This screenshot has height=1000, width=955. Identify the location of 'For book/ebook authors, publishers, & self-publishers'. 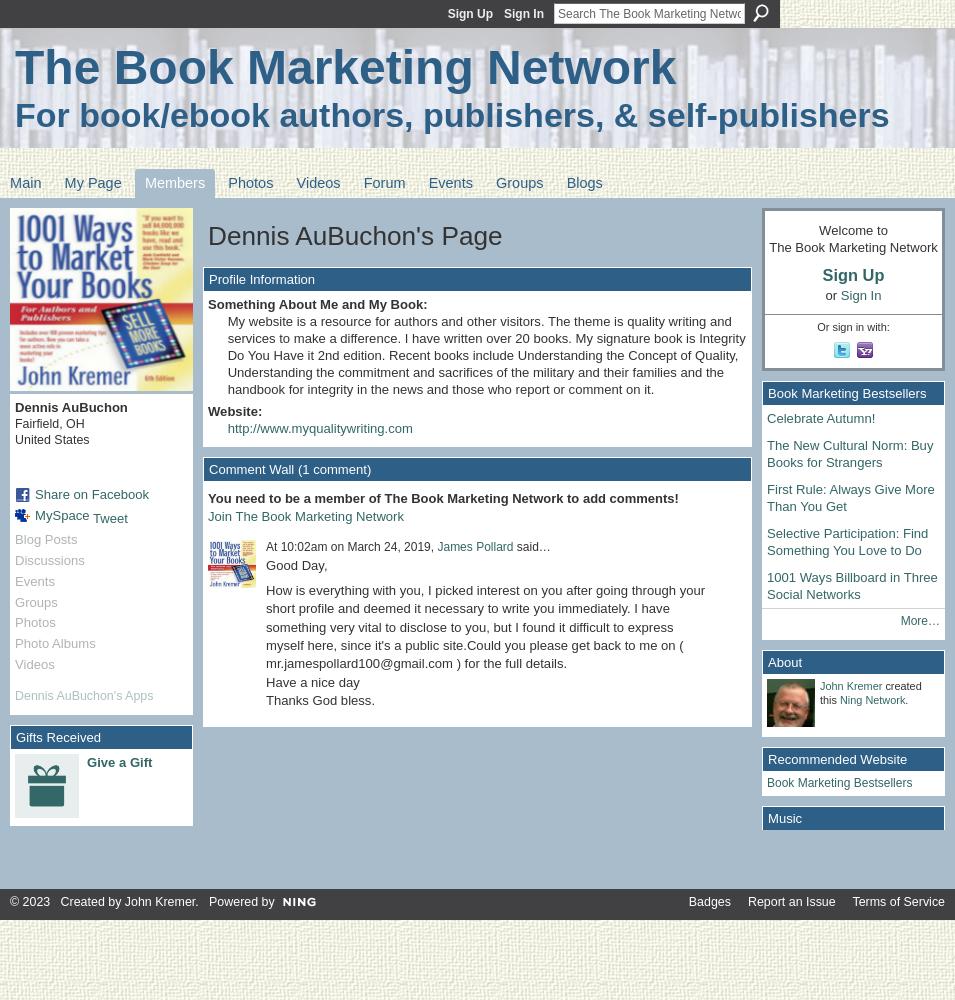
(451, 113).